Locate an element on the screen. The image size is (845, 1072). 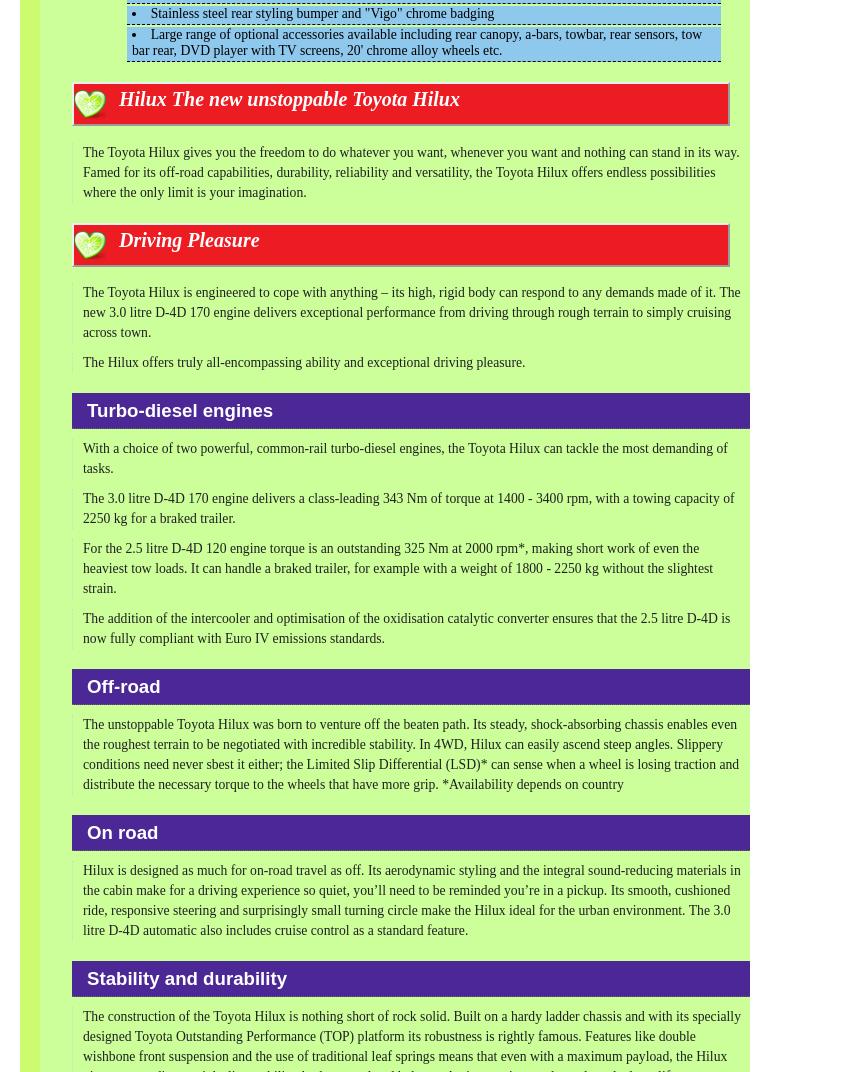
'The new unstoppable Toyota Hilux' is located at coordinates (312, 97).